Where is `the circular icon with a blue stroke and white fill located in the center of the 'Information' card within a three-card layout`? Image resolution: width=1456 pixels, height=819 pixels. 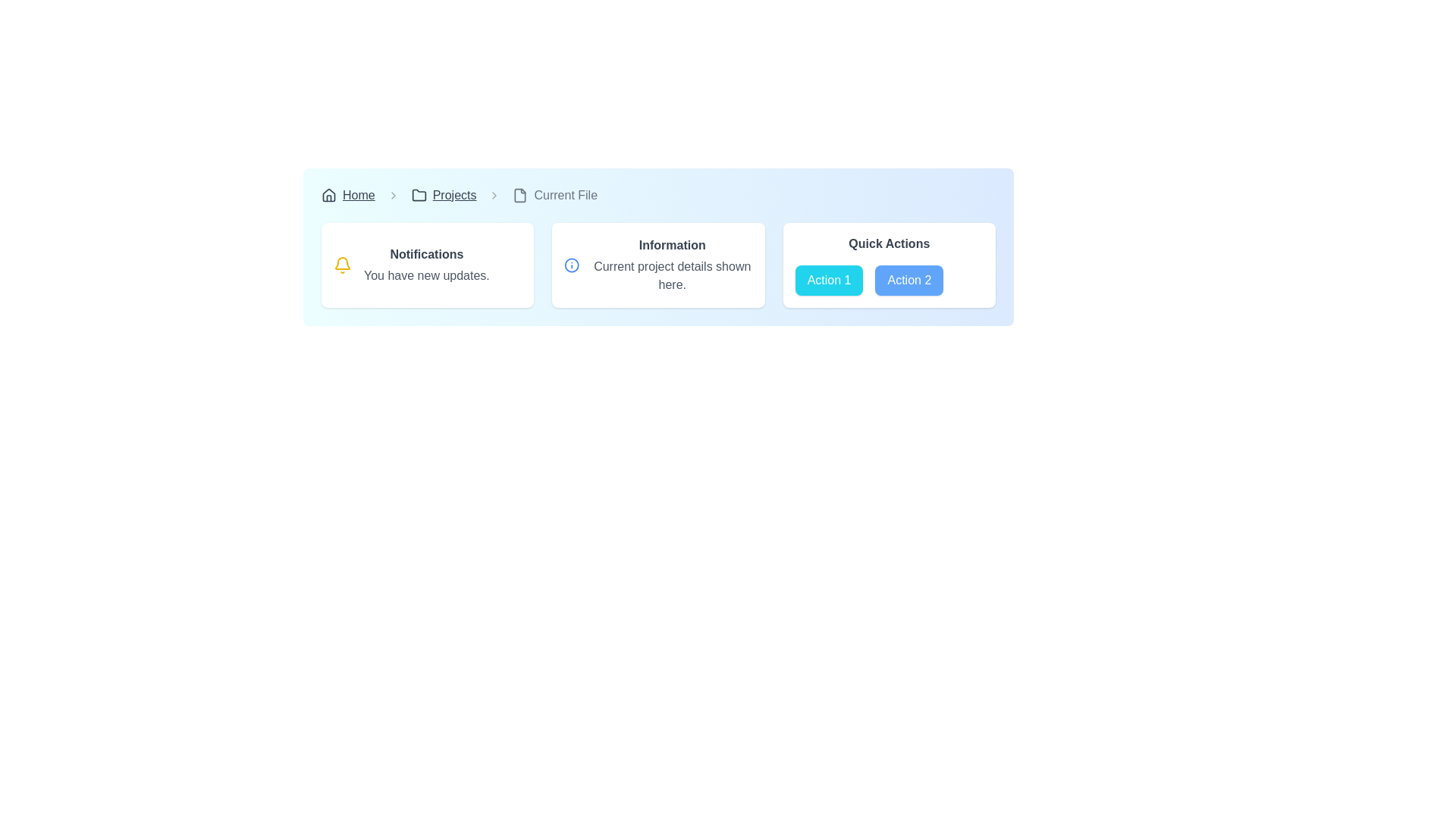 the circular icon with a blue stroke and white fill located in the center of the 'Information' card within a three-card layout is located at coordinates (571, 265).